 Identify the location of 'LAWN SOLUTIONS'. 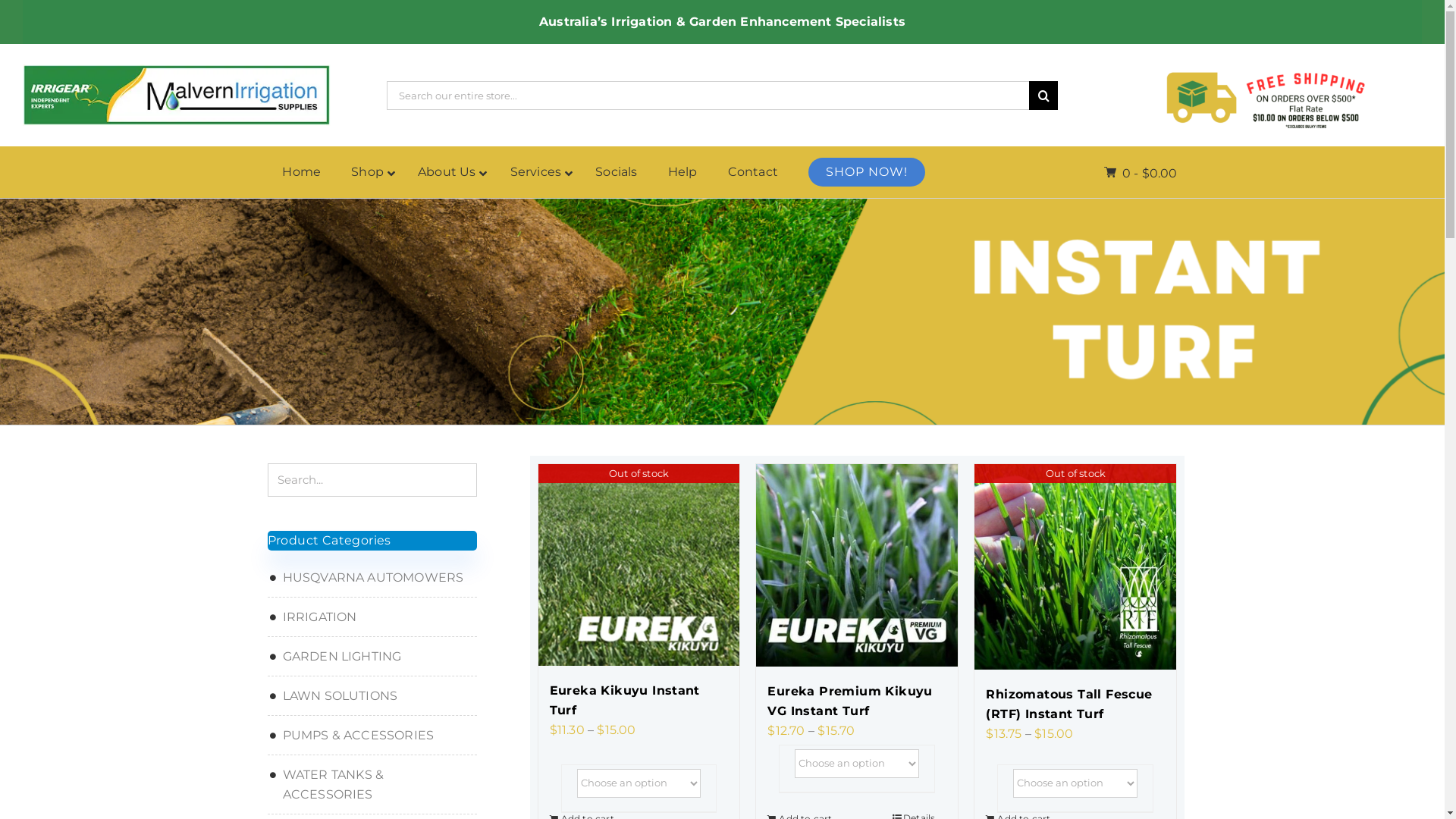
(371, 696).